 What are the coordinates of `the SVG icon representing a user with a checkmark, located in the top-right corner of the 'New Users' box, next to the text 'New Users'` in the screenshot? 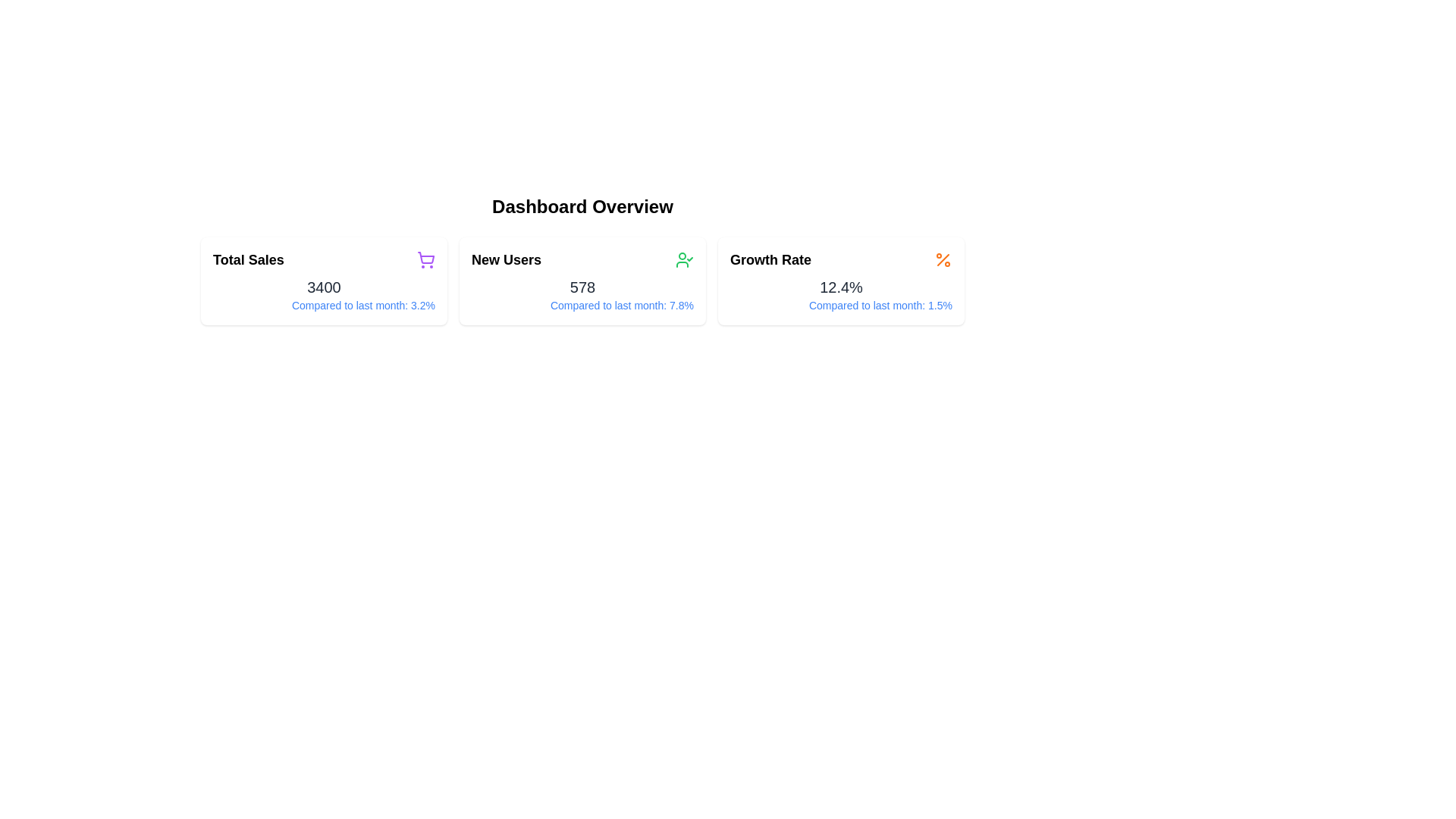 It's located at (683, 259).